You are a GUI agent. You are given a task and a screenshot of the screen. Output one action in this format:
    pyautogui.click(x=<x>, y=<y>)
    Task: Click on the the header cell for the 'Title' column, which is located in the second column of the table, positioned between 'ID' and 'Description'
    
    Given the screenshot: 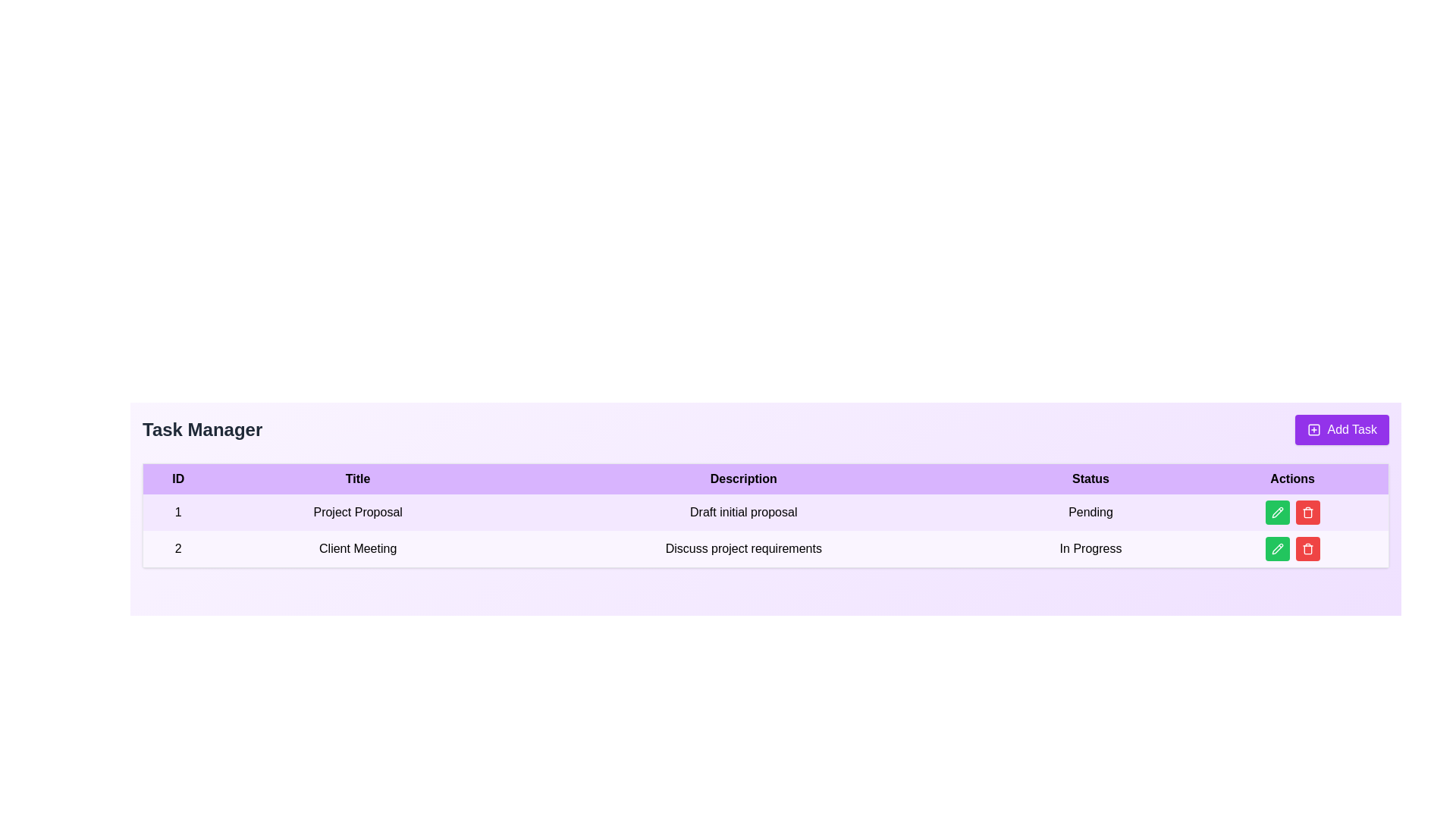 What is the action you would take?
    pyautogui.click(x=357, y=479)
    